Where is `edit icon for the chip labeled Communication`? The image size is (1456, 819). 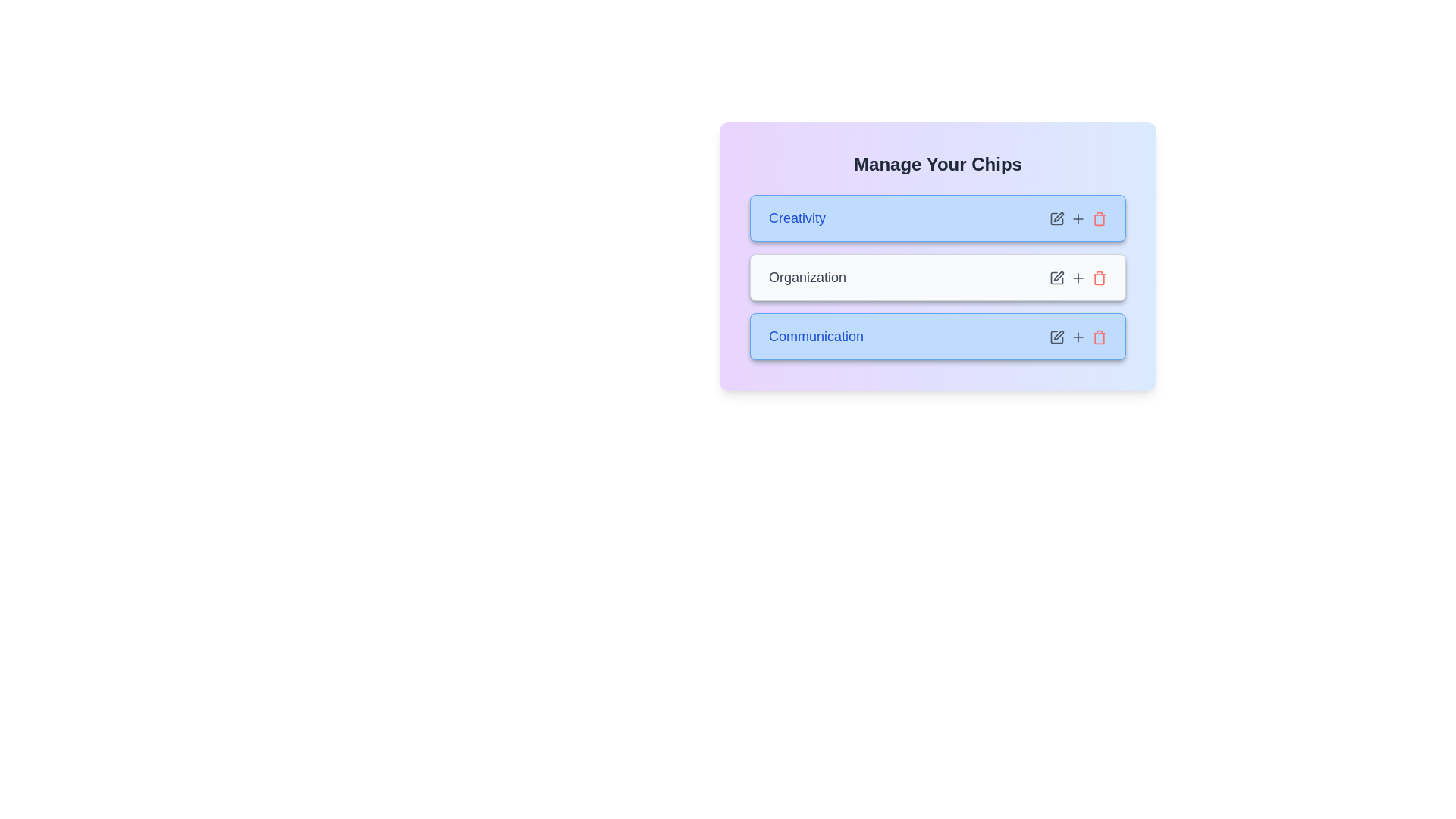
edit icon for the chip labeled Communication is located at coordinates (1056, 335).